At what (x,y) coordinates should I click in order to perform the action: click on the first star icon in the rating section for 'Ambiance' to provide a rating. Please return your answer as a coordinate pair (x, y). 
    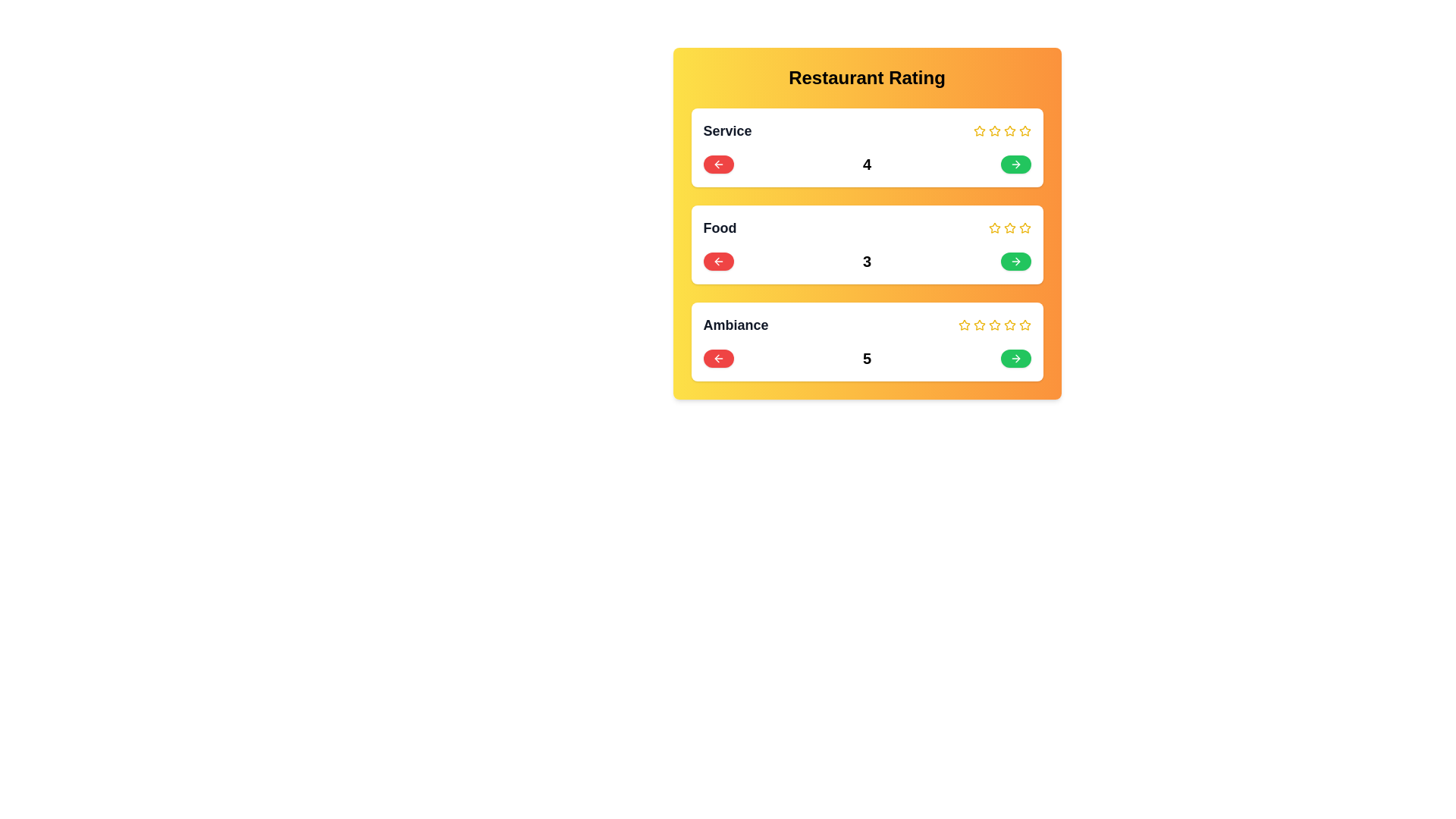
    Looking at the image, I should click on (963, 324).